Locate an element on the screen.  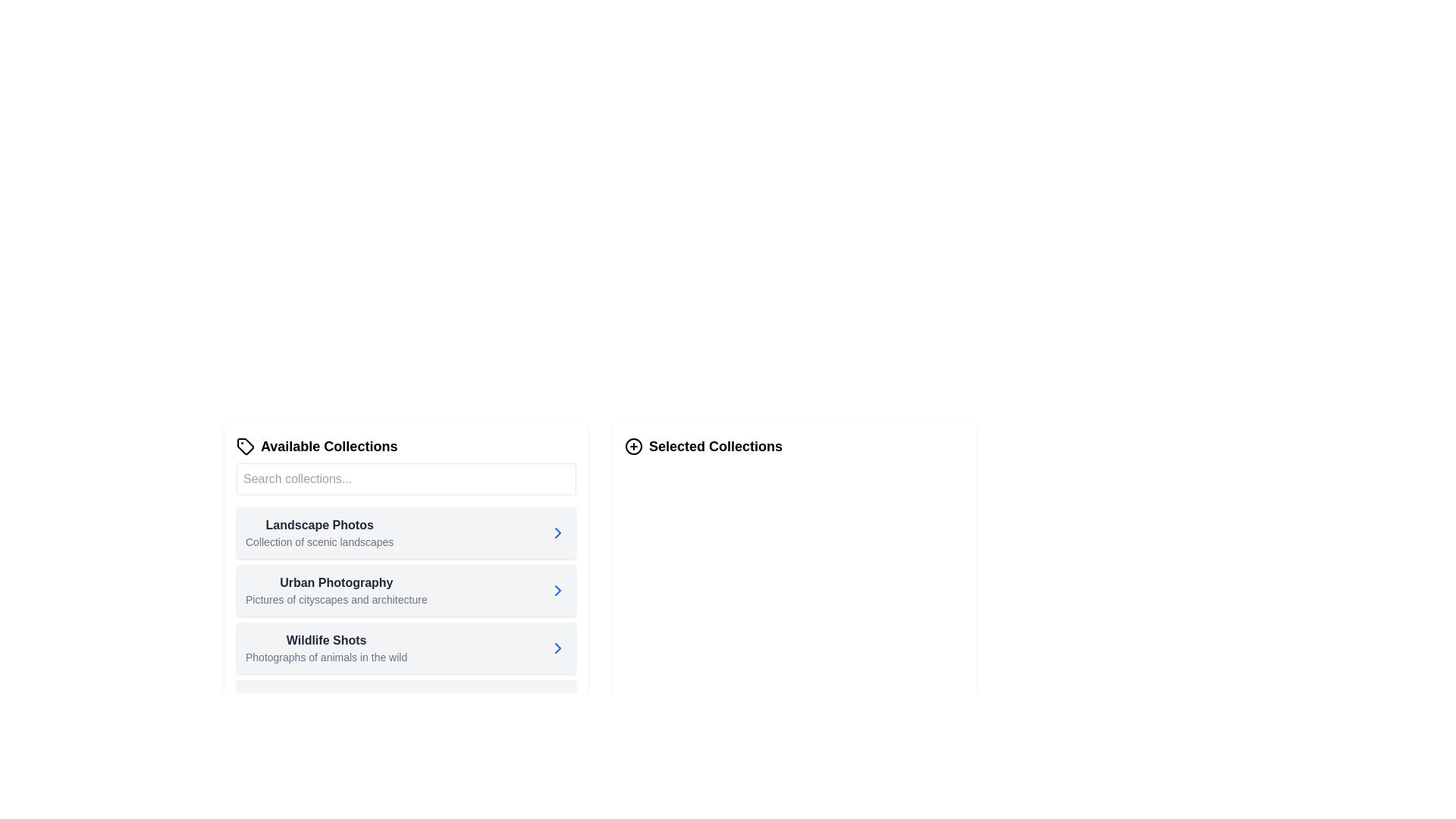
the 'Urban Photography' card component, which is the second card in the 'Available Collections' list is located at coordinates (406, 590).